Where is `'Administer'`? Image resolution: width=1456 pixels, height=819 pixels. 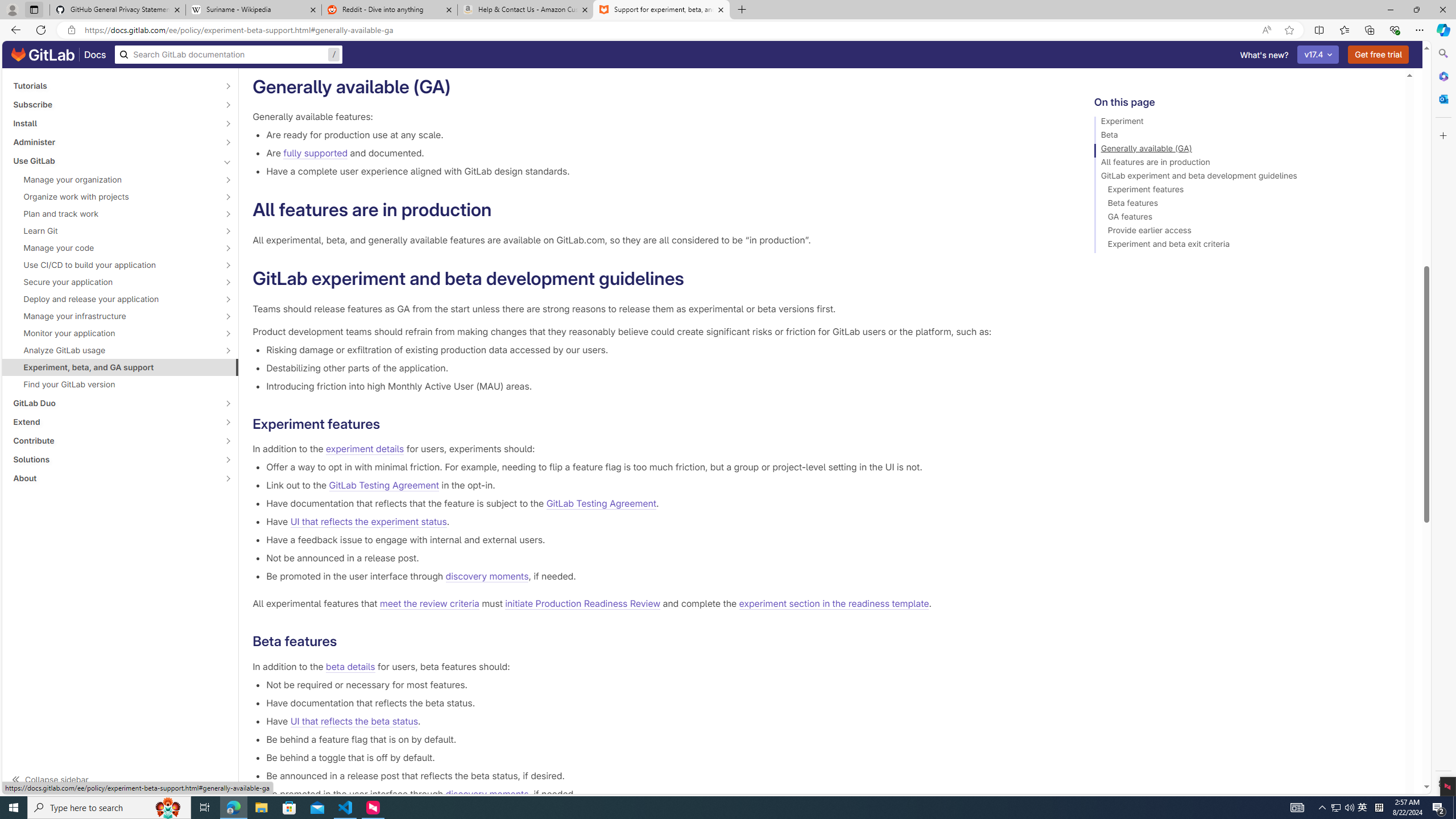 'Administer' is located at coordinates (113, 141).